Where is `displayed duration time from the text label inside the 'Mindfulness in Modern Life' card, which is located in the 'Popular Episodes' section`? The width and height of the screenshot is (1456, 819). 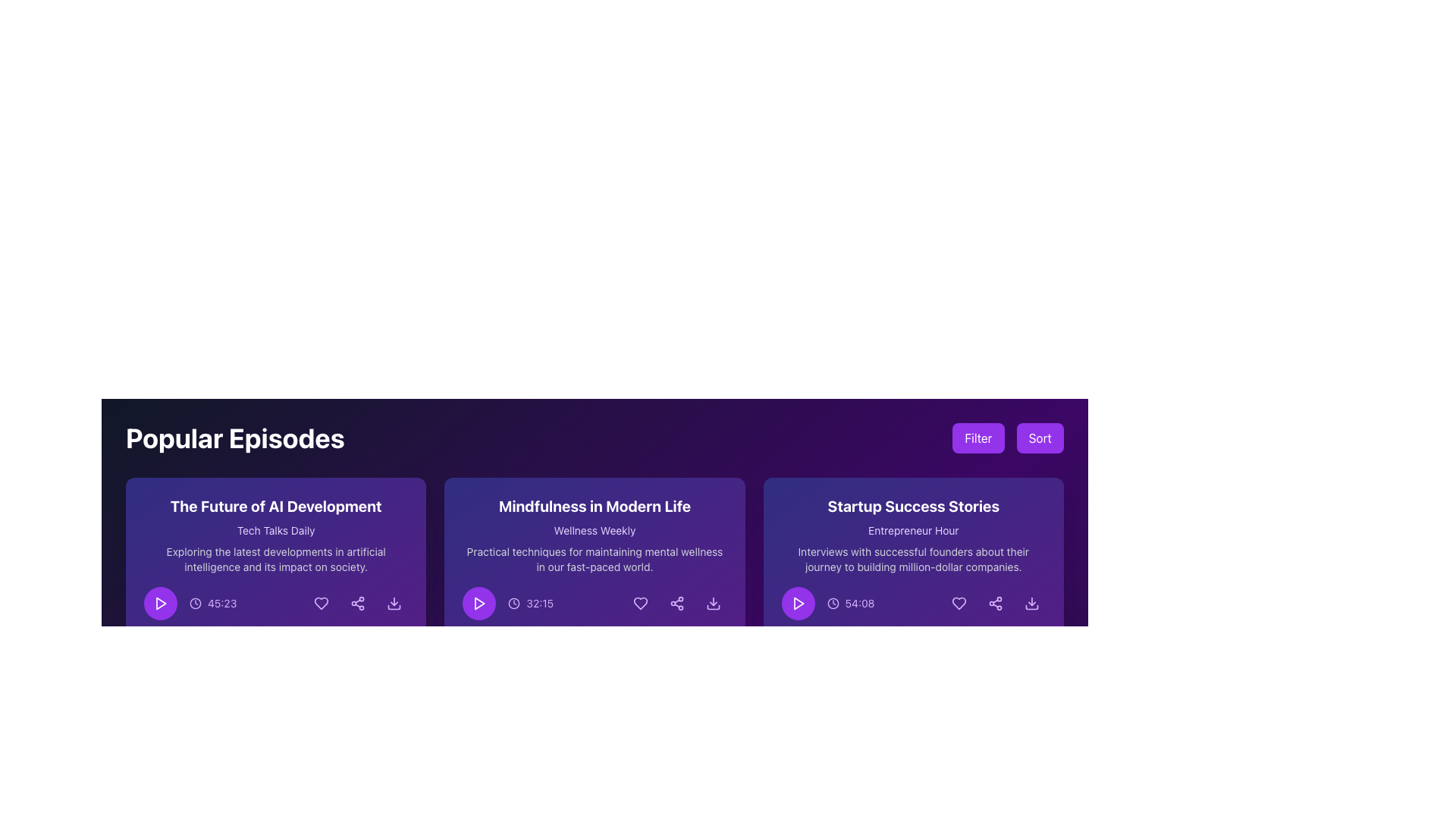 displayed duration time from the text label inside the 'Mindfulness in Modern Life' card, which is located in the 'Popular Episodes' section is located at coordinates (540, 602).